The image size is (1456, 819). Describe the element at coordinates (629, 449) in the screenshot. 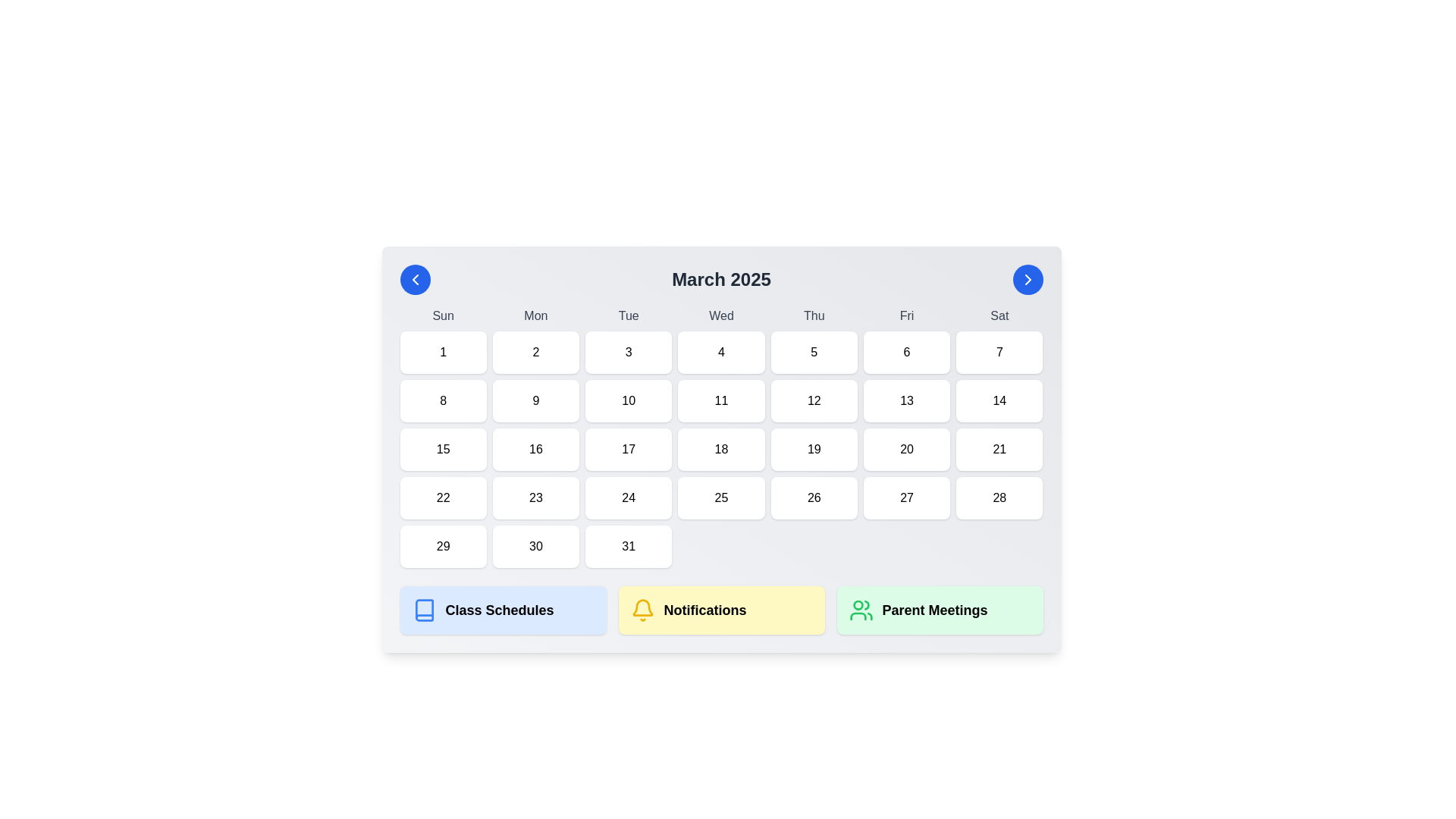

I see `the calendar day button displaying the number '17'` at that location.